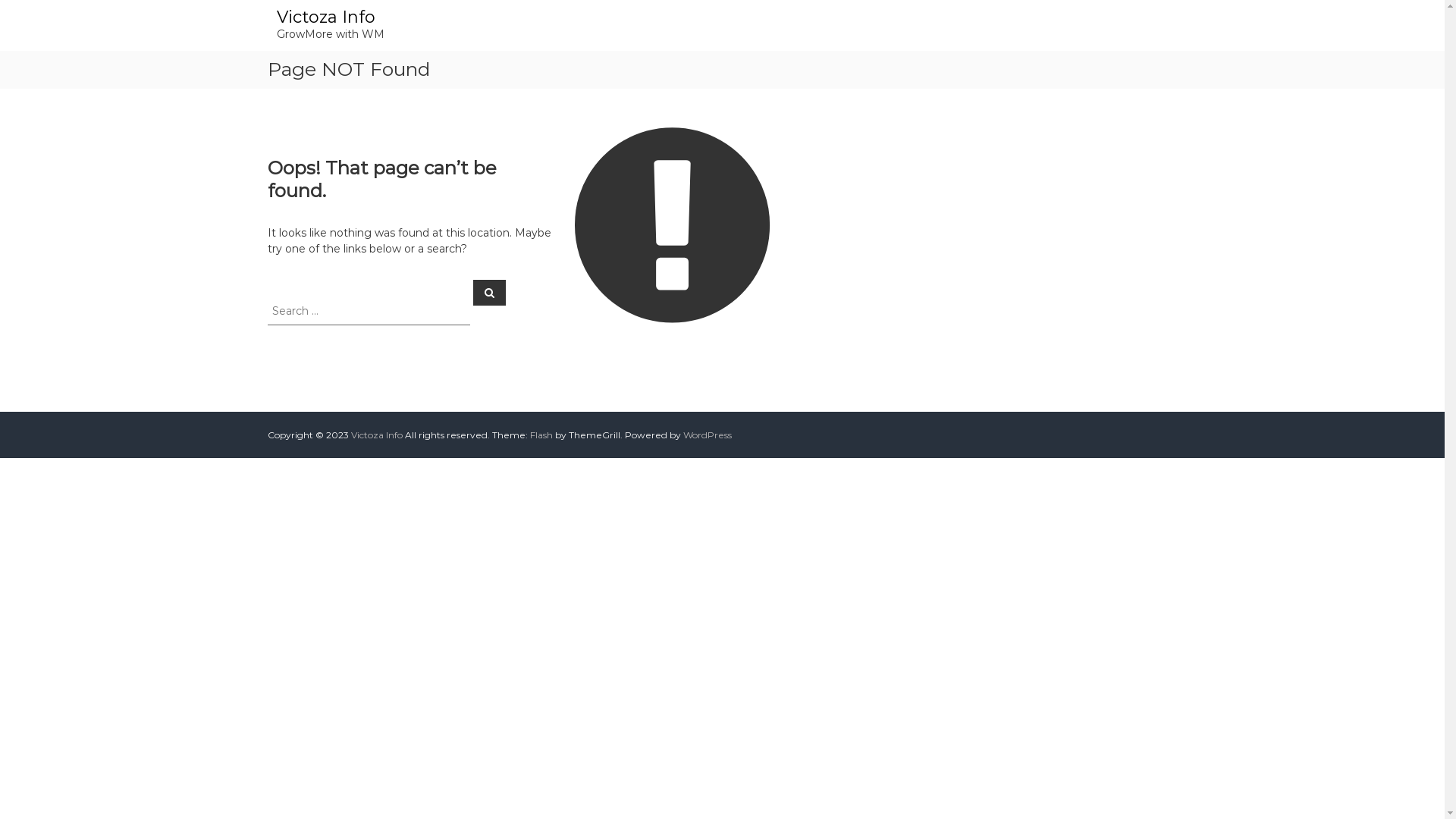 Image resolution: width=1456 pixels, height=819 pixels. What do you see at coordinates (705, 435) in the screenshot?
I see `'WordPress'` at bounding box center [705, 435].